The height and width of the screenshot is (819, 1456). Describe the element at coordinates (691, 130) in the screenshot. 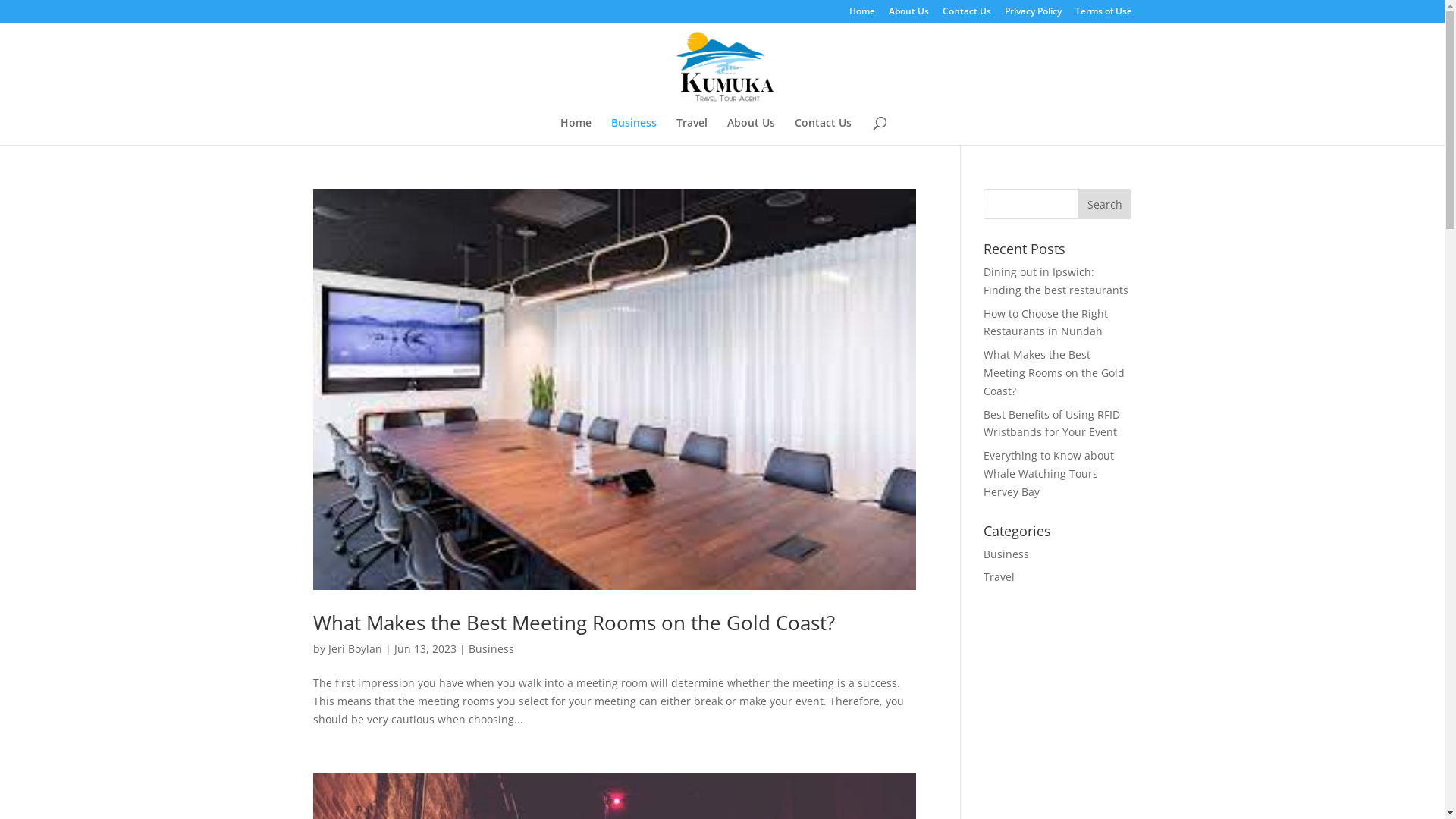

I see `'Travel'` at that location.